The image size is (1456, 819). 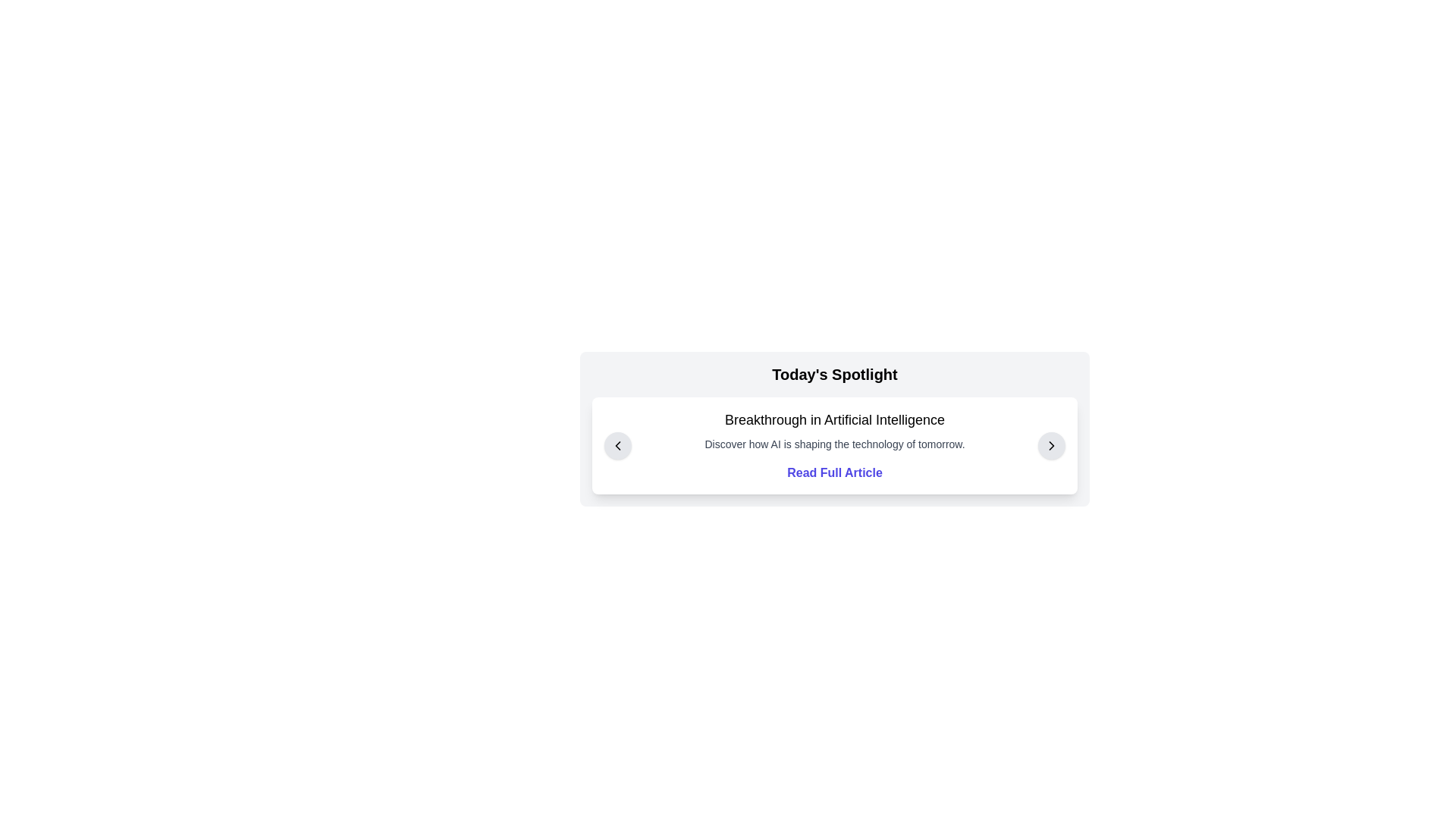 What do you see at coordinates (833, 374) in the screenshot?
I see `the bold heading that states 'Today's Spotlight', which is prominently positioned at the top of a gray background area with rounded corners` at bounding box center [833, 374].